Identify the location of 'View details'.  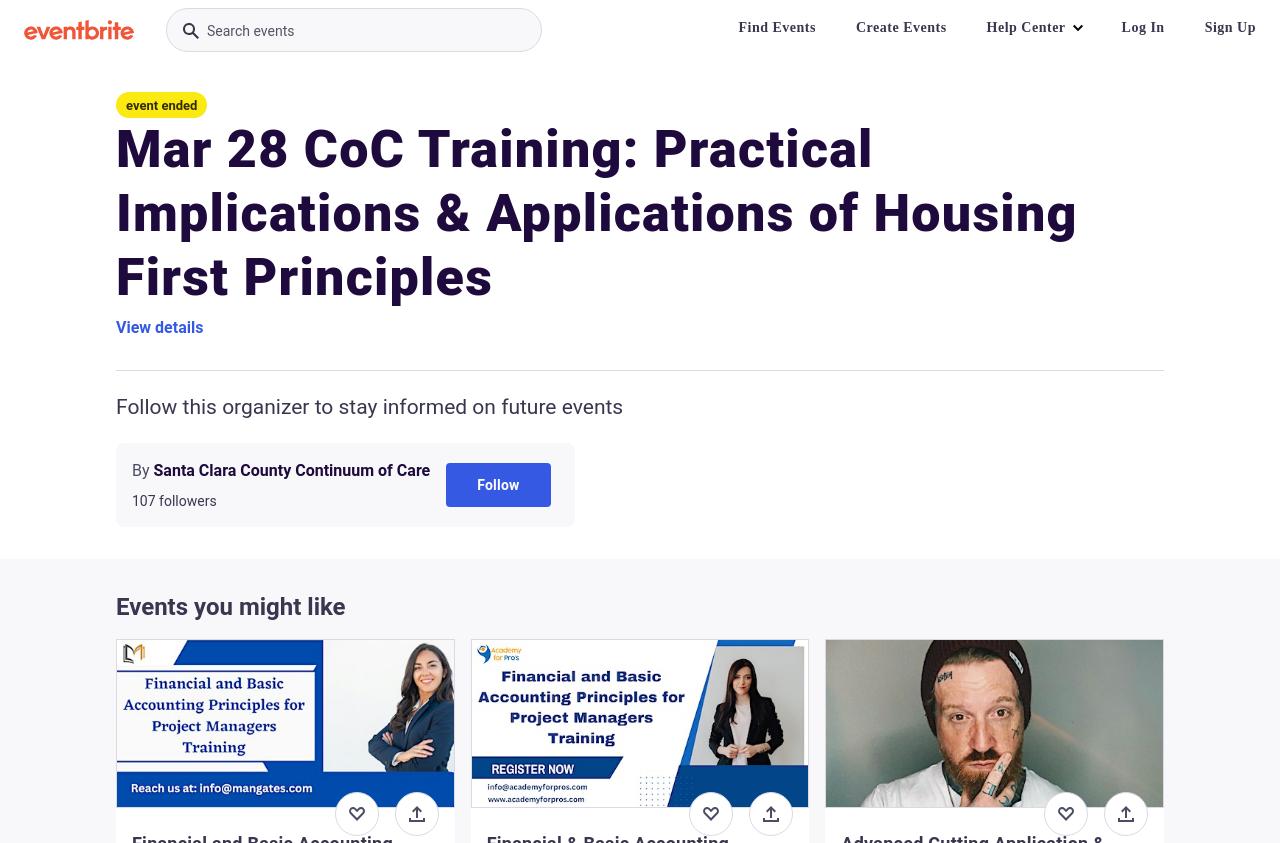
(158, 326).